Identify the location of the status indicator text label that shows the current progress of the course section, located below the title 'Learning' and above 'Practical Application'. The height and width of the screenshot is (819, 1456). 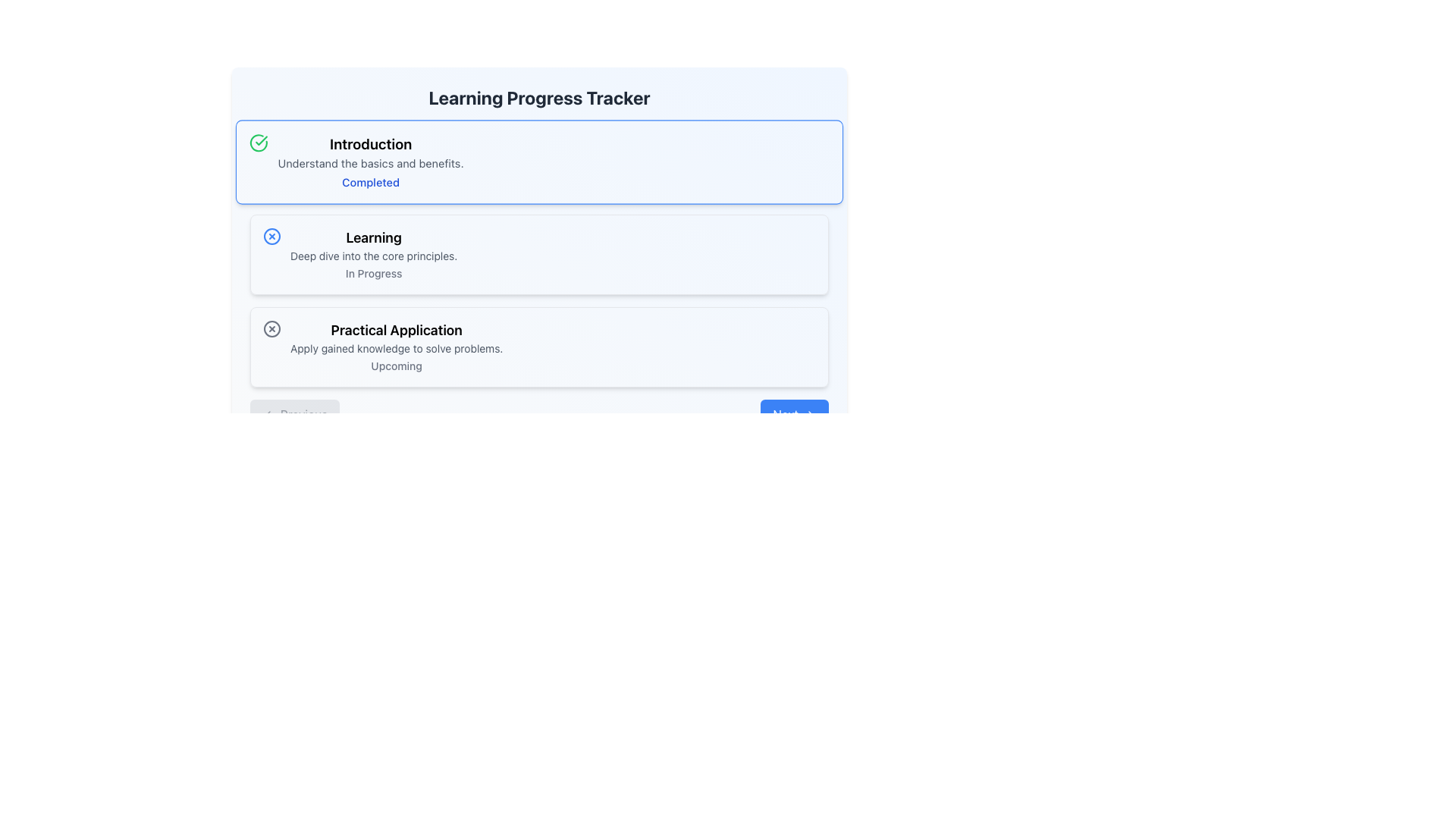
(374, 273).